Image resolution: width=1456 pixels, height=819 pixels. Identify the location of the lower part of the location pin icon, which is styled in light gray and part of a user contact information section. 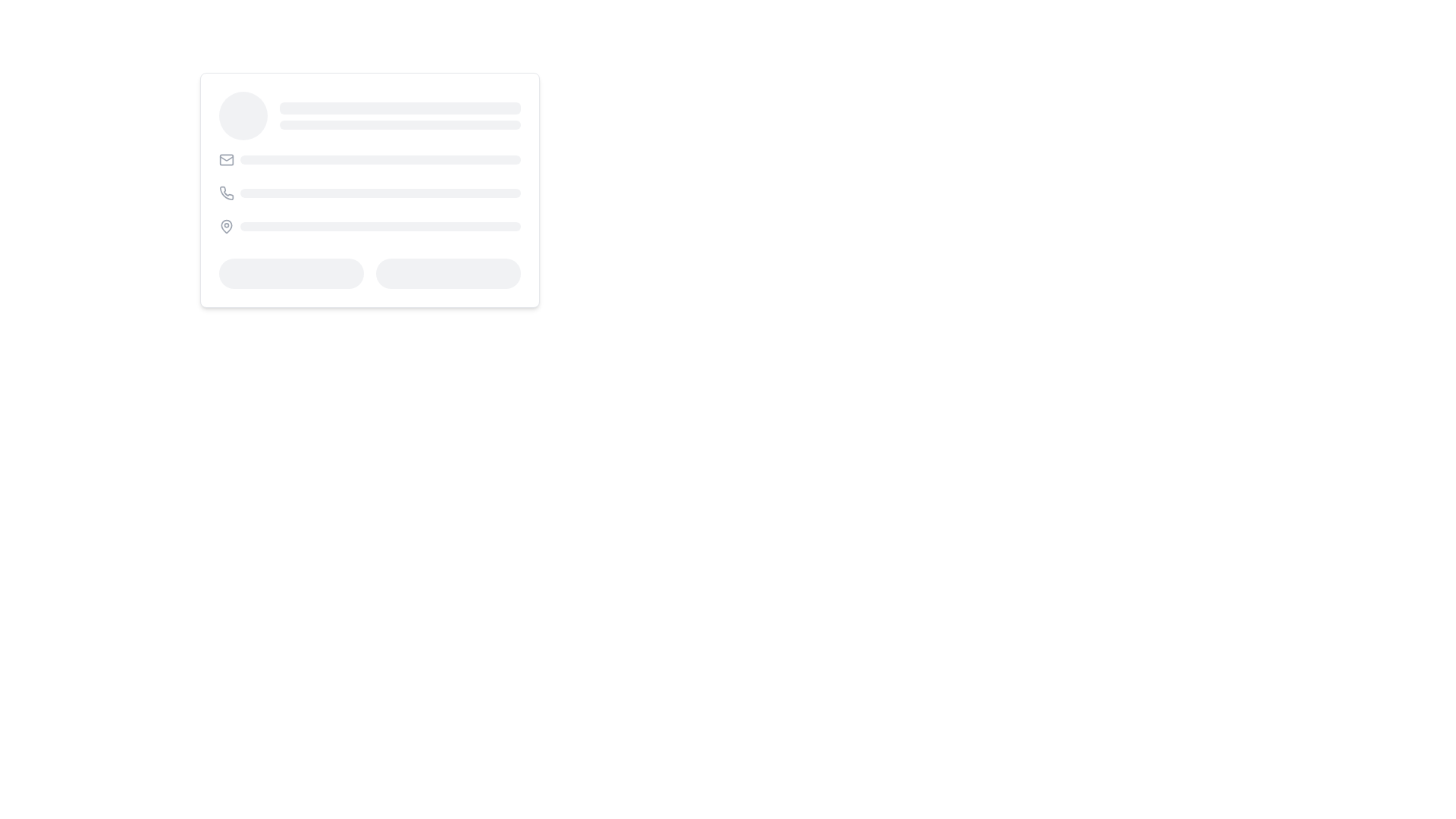
(225, 225).